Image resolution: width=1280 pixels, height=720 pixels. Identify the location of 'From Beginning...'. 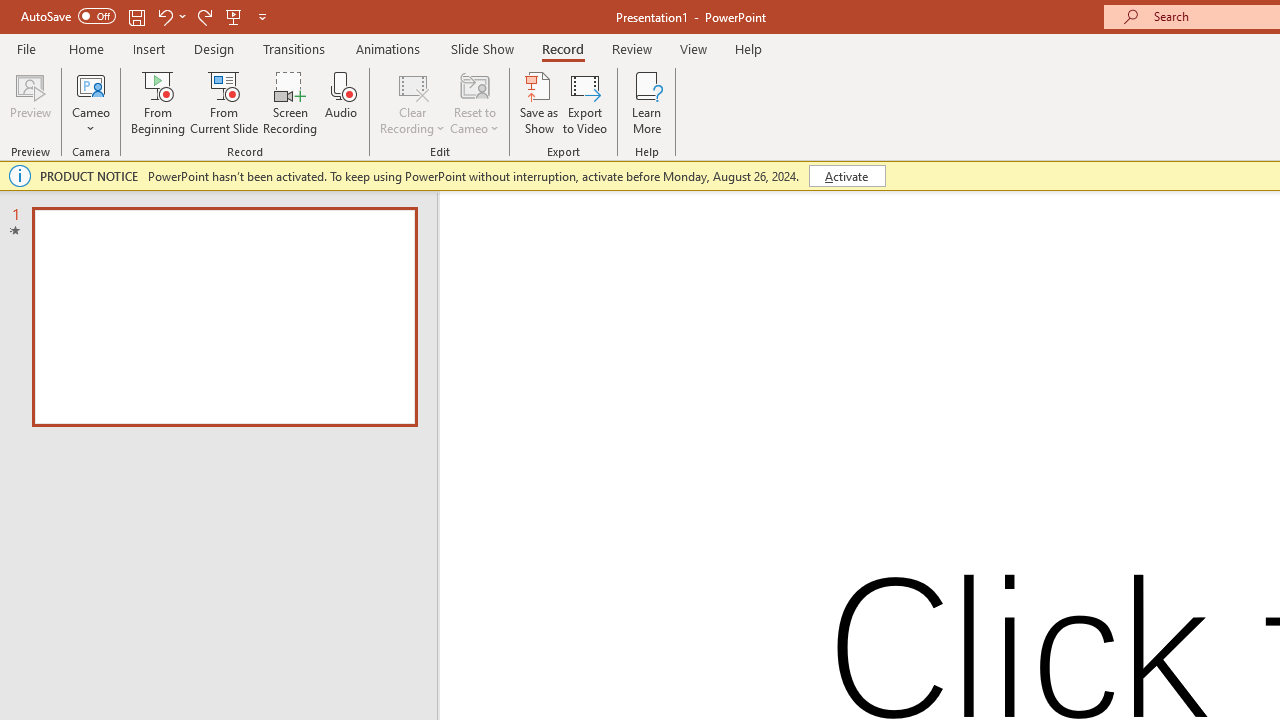
(157, 103).